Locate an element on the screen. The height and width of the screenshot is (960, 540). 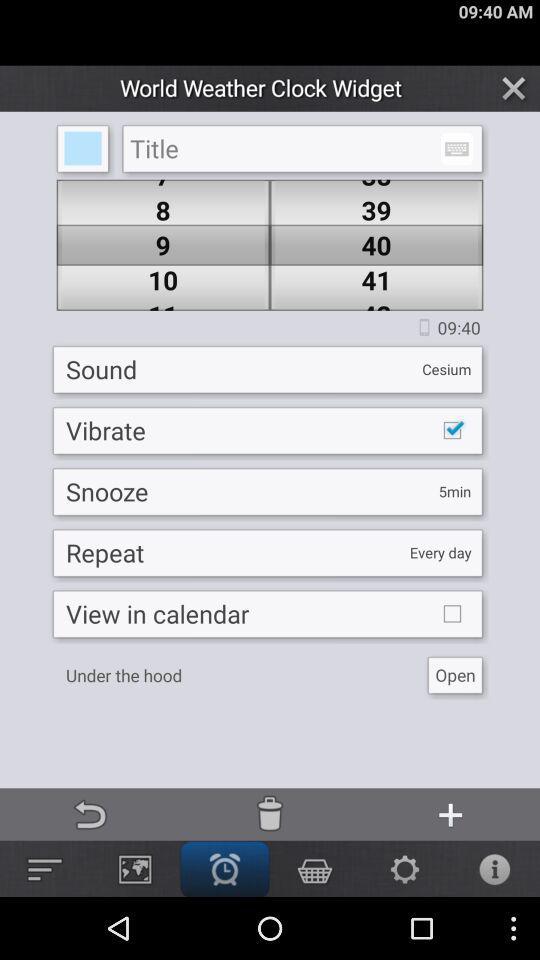
the date_range icon is located at coordinates (456, 158).